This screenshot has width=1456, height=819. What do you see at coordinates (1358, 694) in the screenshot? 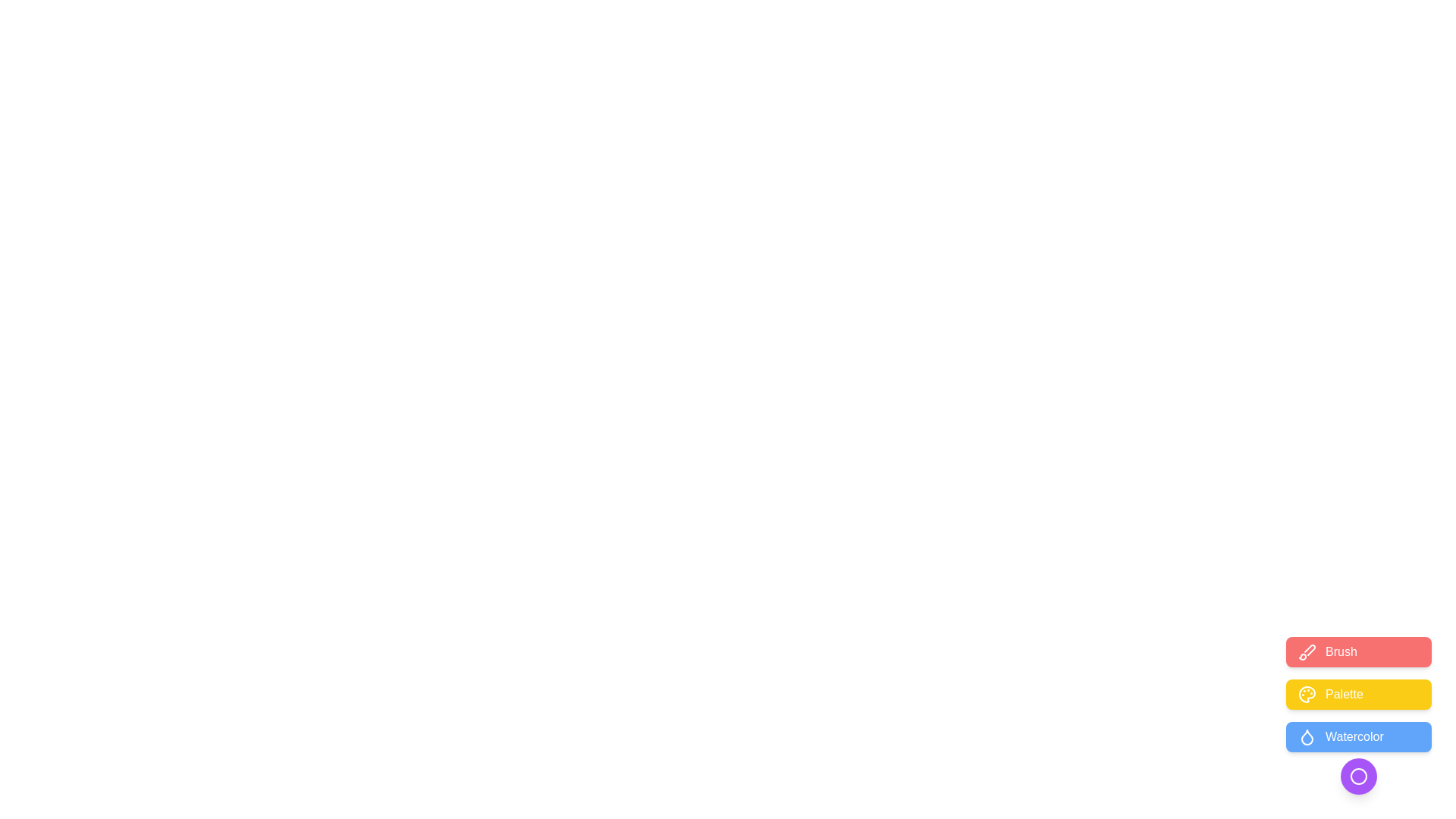
I see `the 'Palette' button to select the palette tool` at bounding box center [1358, 694].